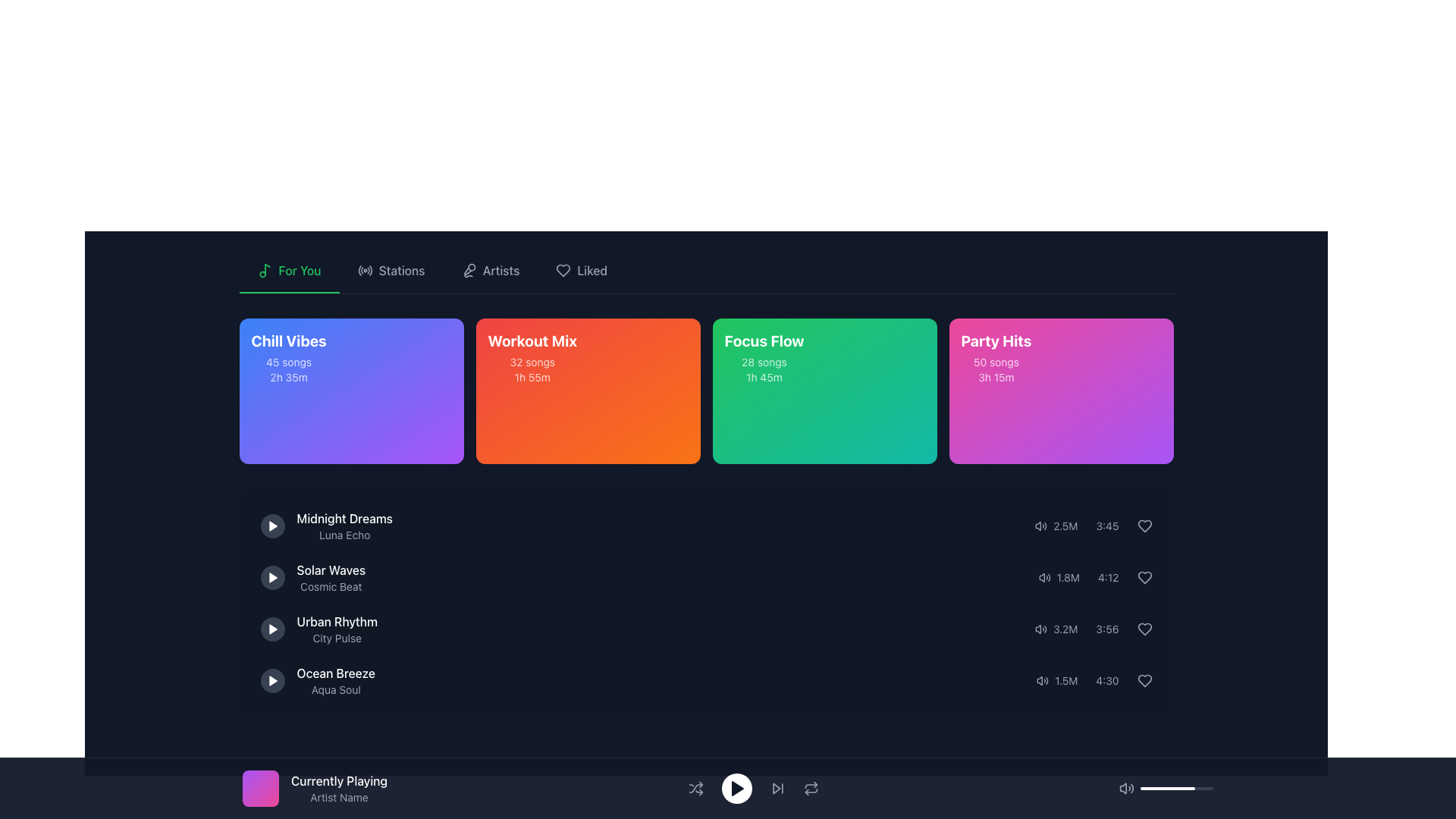 This screenshot has height=819, width=1456. What do you see at coordinates (435, 351) in the screenshot?
I see `the circular green play button located at the upper-right corner of the 'Chill Vibes' card to initiate playback` at bounding box center [435, 351].